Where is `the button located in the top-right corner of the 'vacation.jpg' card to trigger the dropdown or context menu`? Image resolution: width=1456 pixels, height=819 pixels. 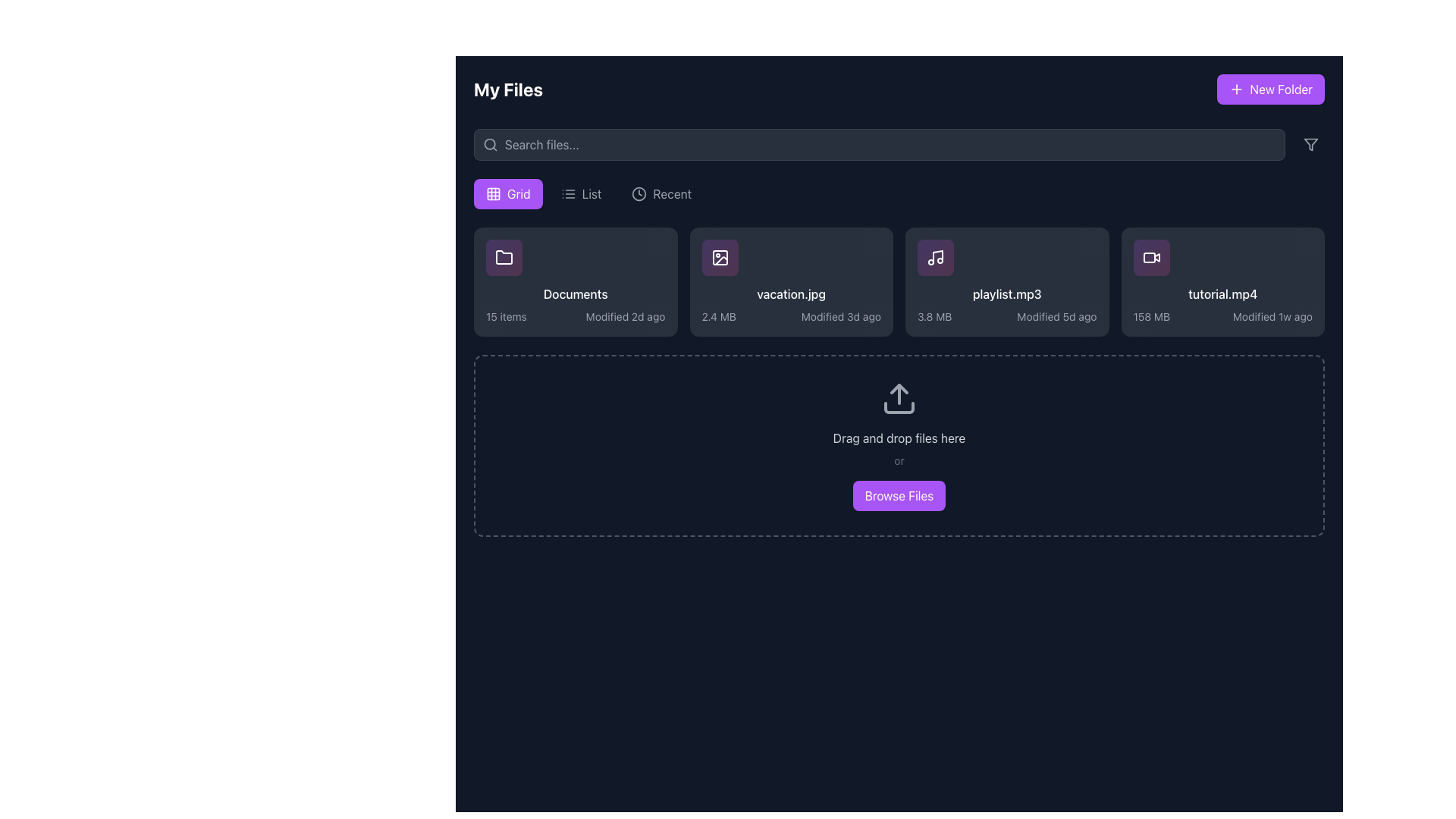 the button located in the top-right corner of the 'vacation.jpg' card to trigger the dropdown or context menu is located at coordinates (874, 256).